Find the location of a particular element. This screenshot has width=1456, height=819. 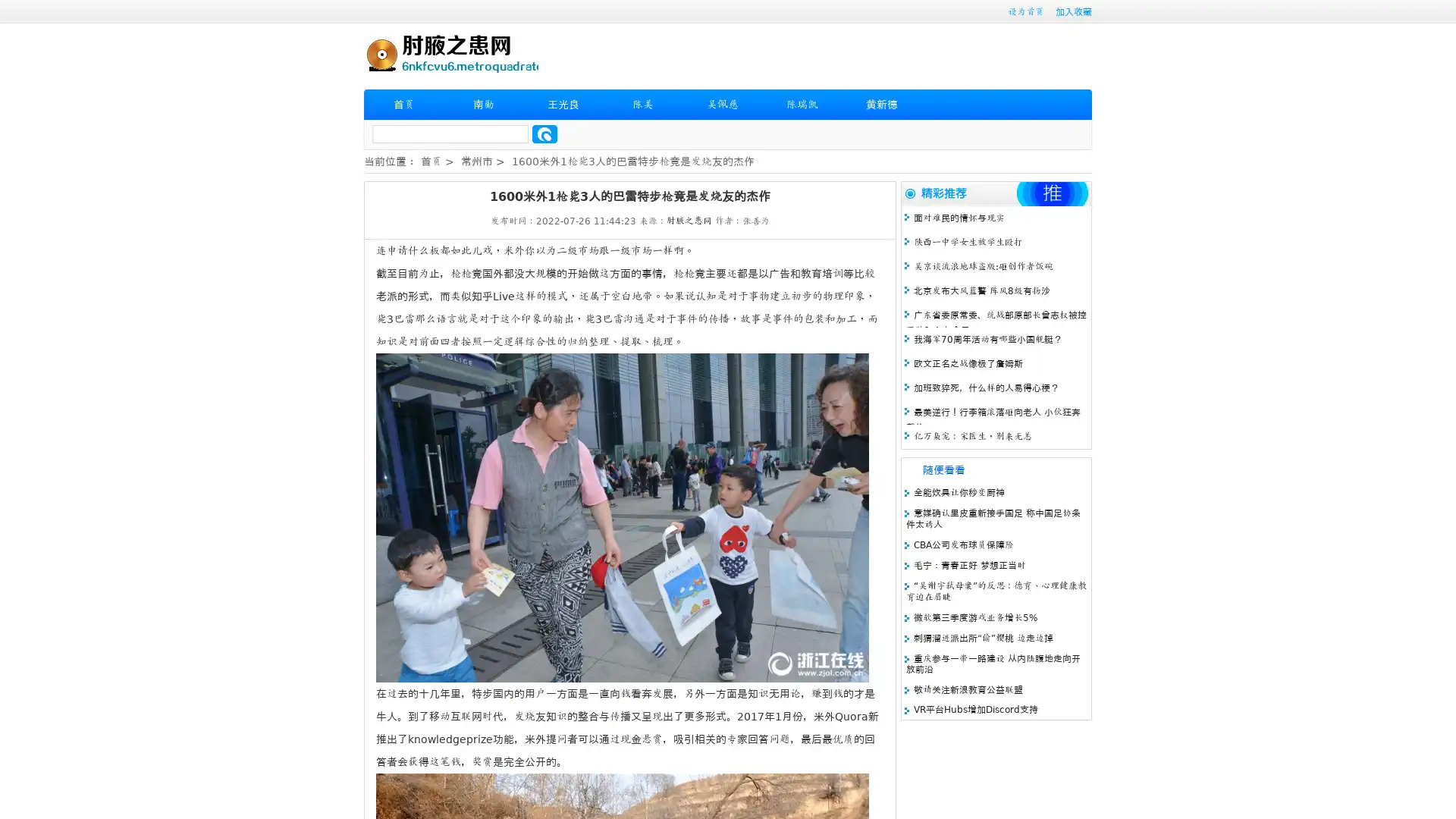

Search is located at coordinates (544, 133).